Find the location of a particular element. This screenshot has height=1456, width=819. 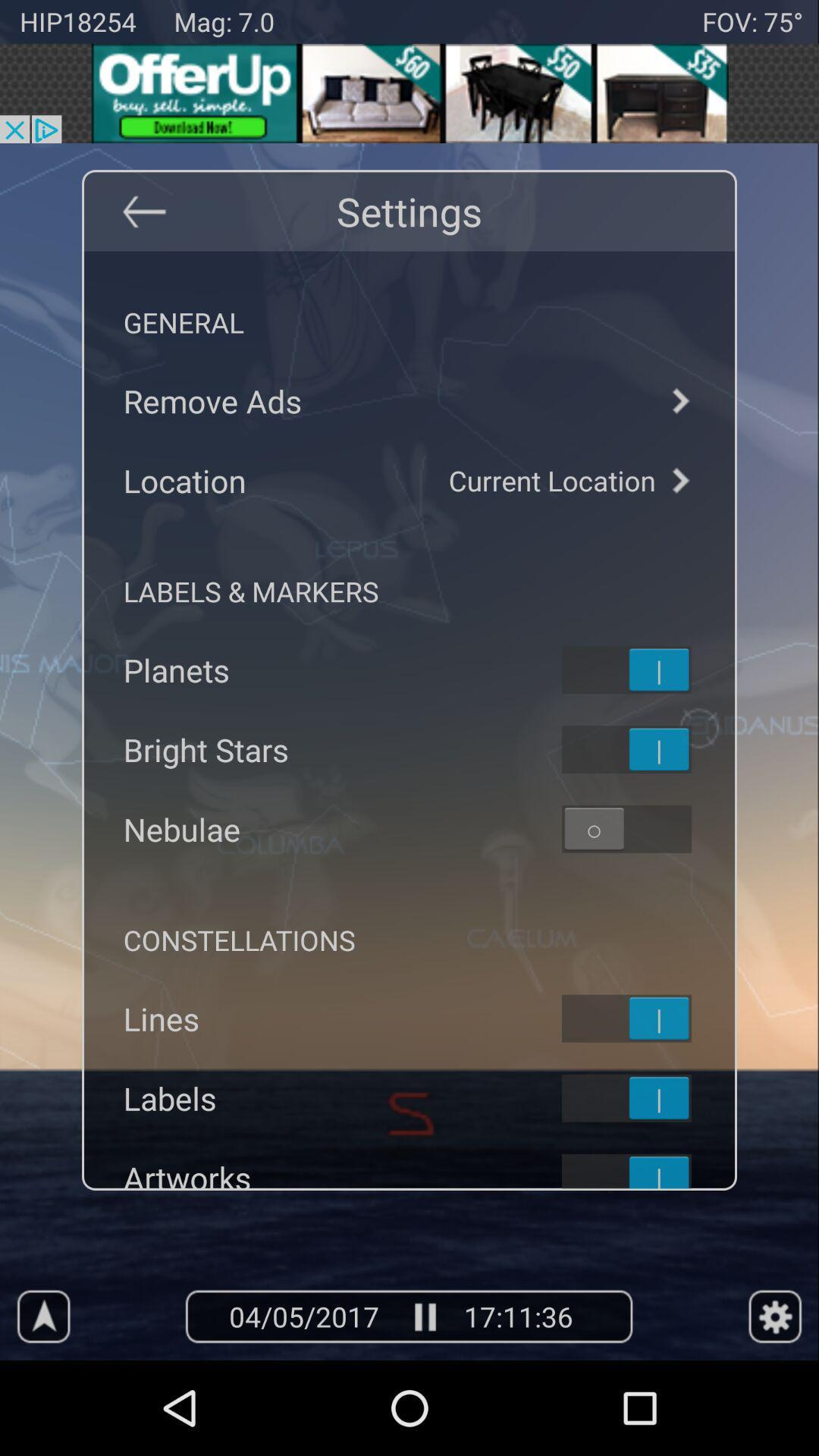

nebulae toggle option is located at coordinates (646, 828).